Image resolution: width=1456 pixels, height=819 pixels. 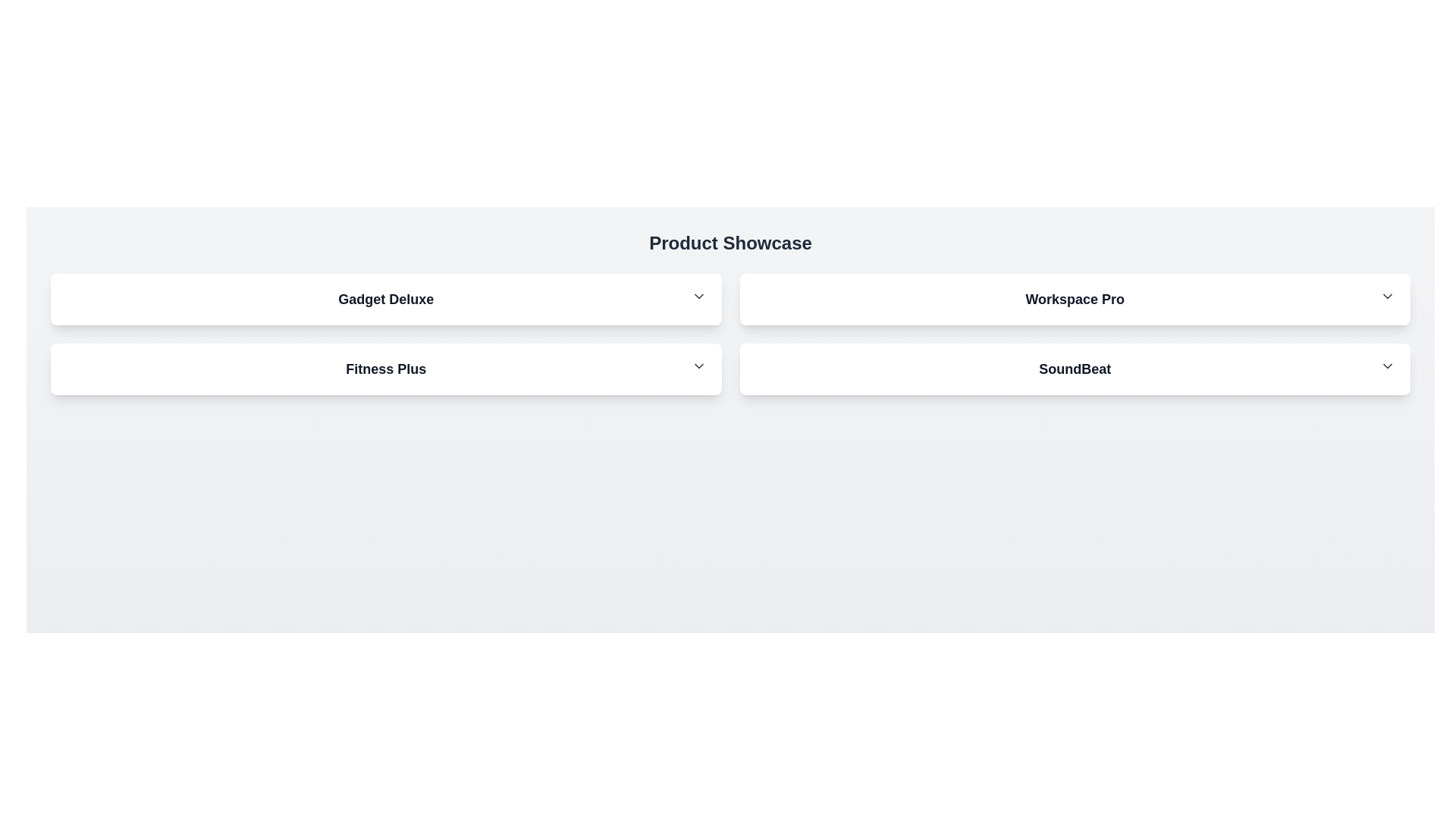 I want to click on the 'Fitness Plus' button in the product showcase, so click(x=386, y=369).